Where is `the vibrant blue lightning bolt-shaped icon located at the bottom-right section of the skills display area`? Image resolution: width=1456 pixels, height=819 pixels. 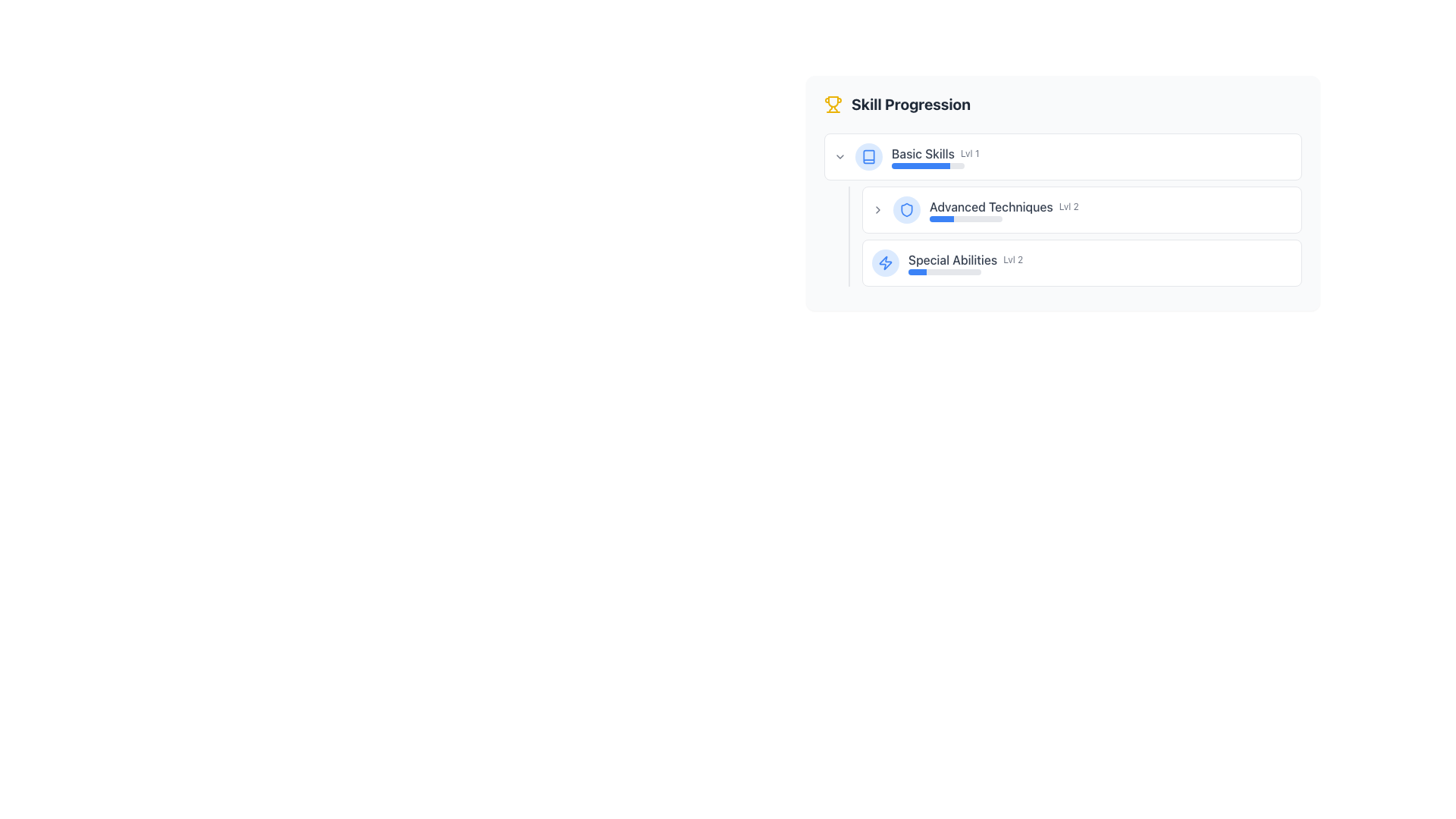 the vibrant blue lightning bolt-shaped icon located at the bottom-right section of the skills display area is located at coordinates (885, 262).